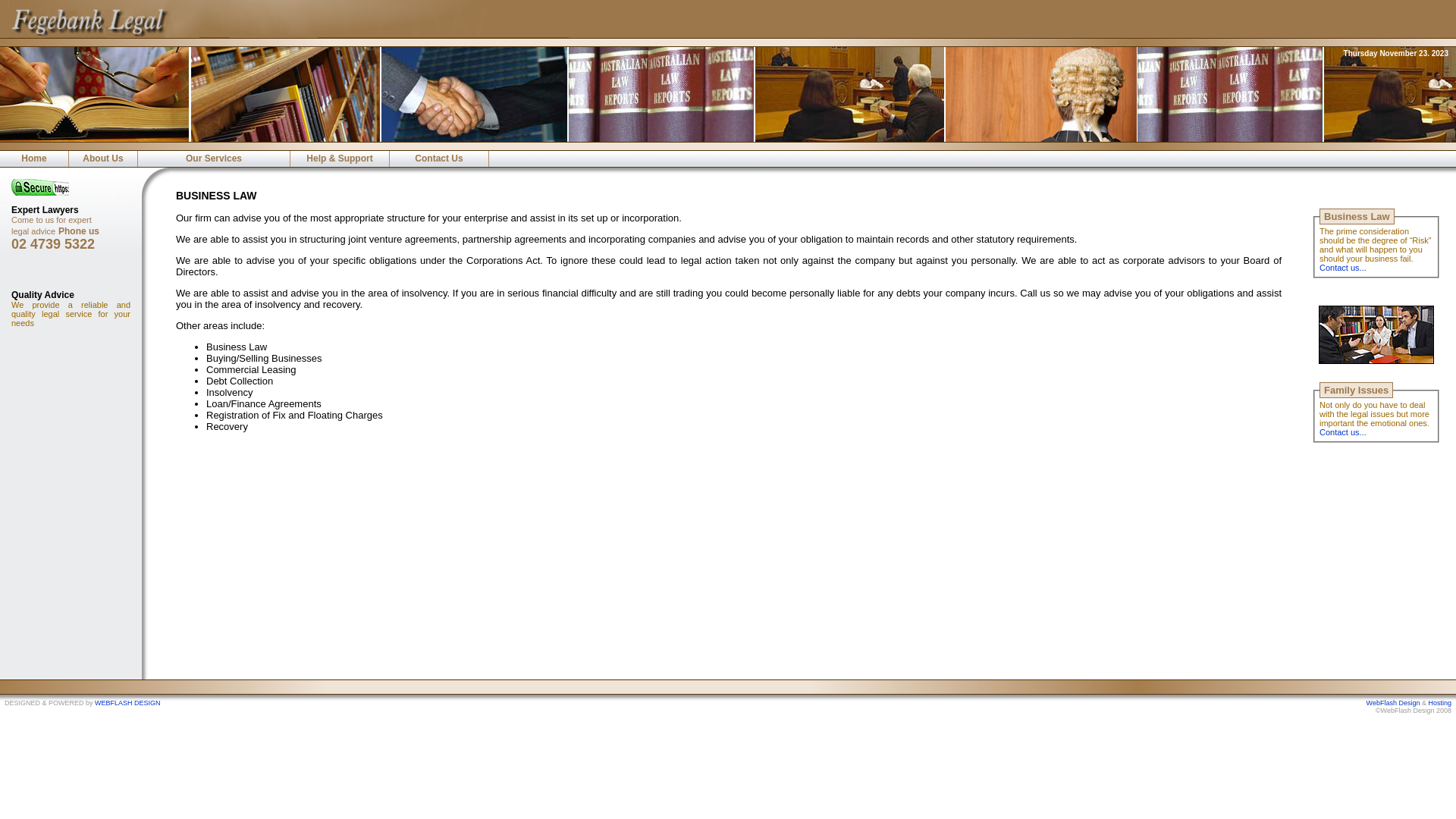 This screenshot has height=819, width=1456. Describe the element at coordinates (127, 702) in the screenshot. I see `'WEBFLASH DESIGN'` at that location.